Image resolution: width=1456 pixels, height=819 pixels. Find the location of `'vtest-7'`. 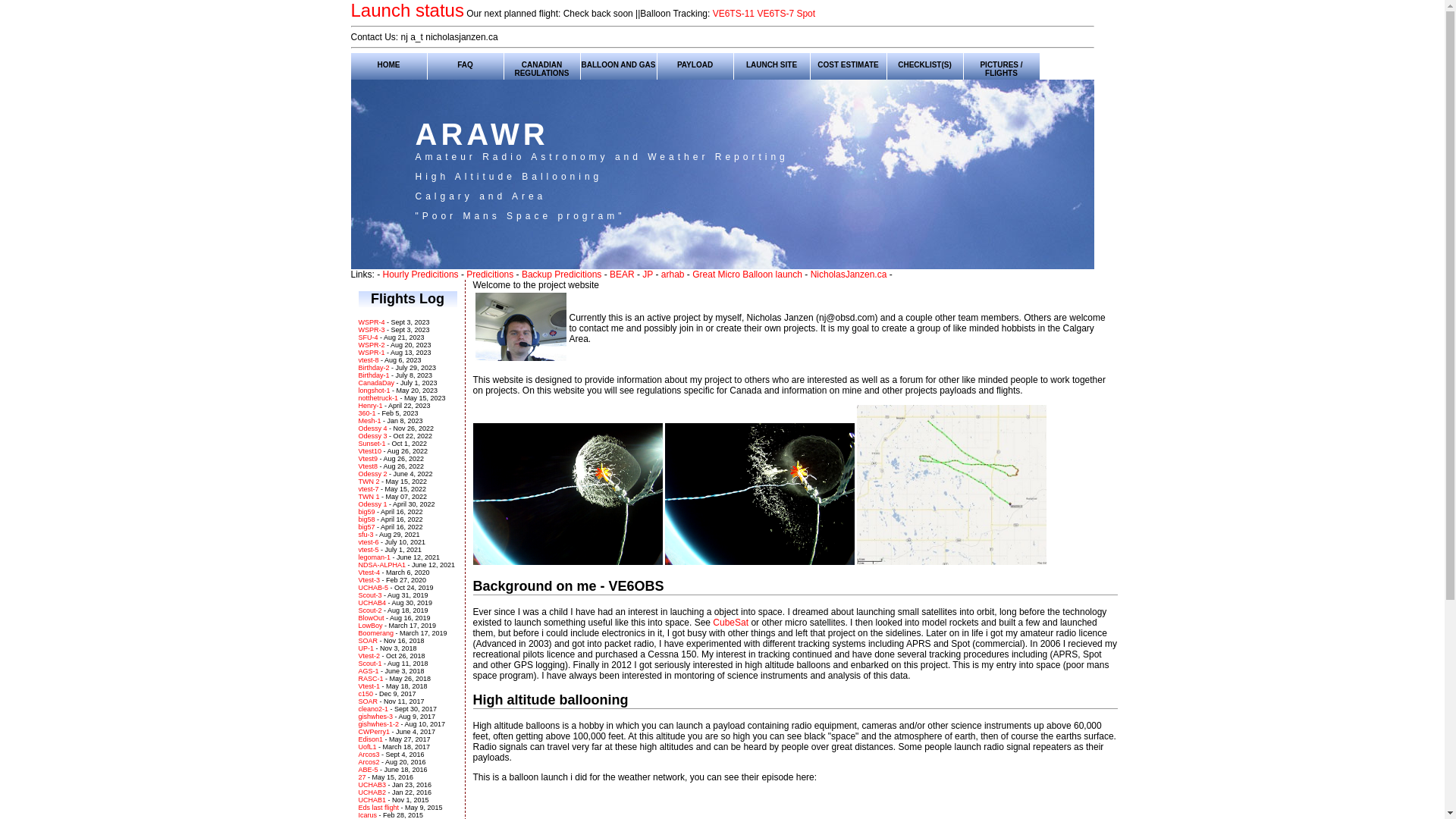

'vtest-7' is located at coordinates (368, 488).